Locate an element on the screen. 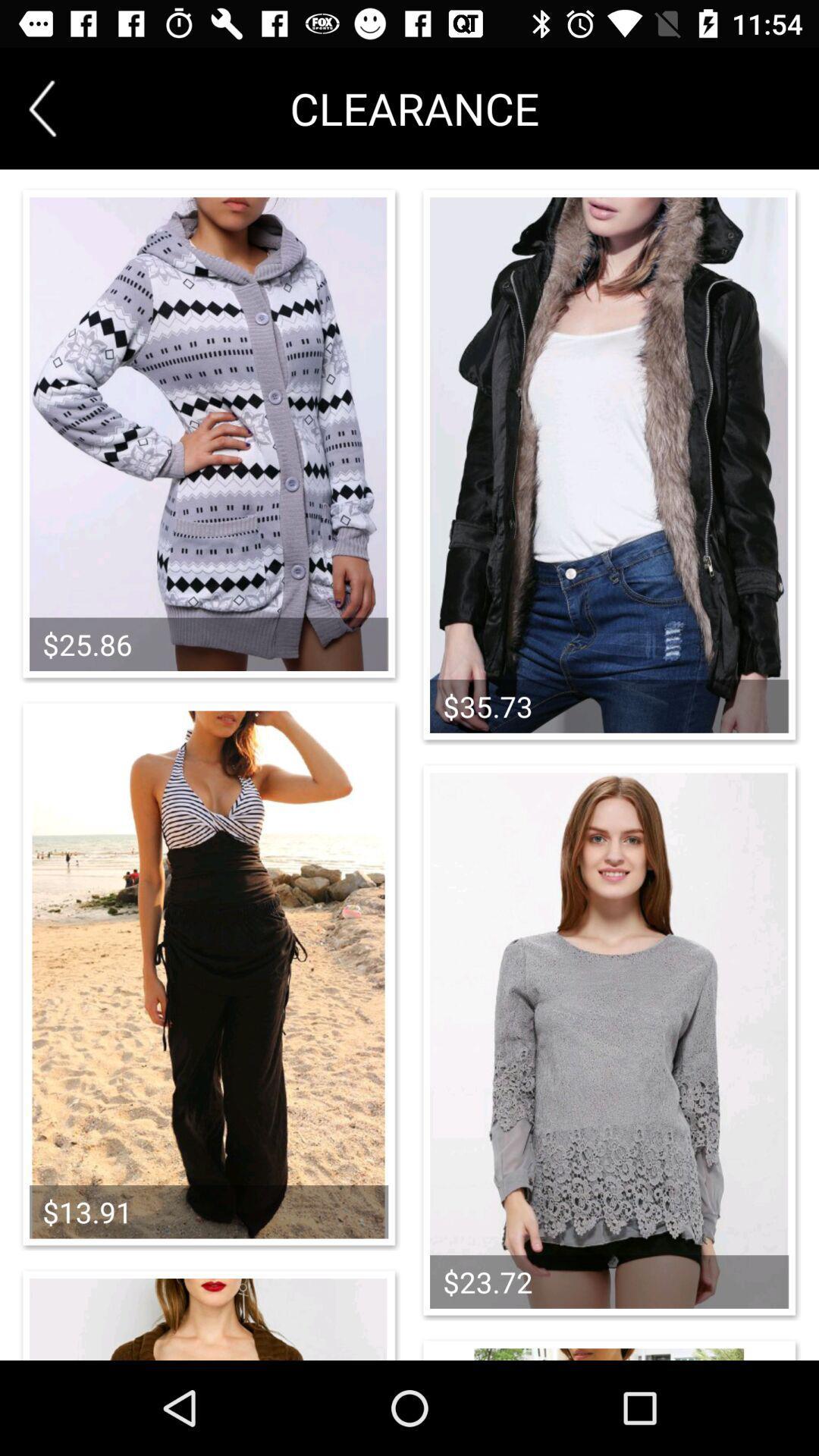 The width and height of the screenshot is (819, 1456). previous is located at coordinates (42, 108).